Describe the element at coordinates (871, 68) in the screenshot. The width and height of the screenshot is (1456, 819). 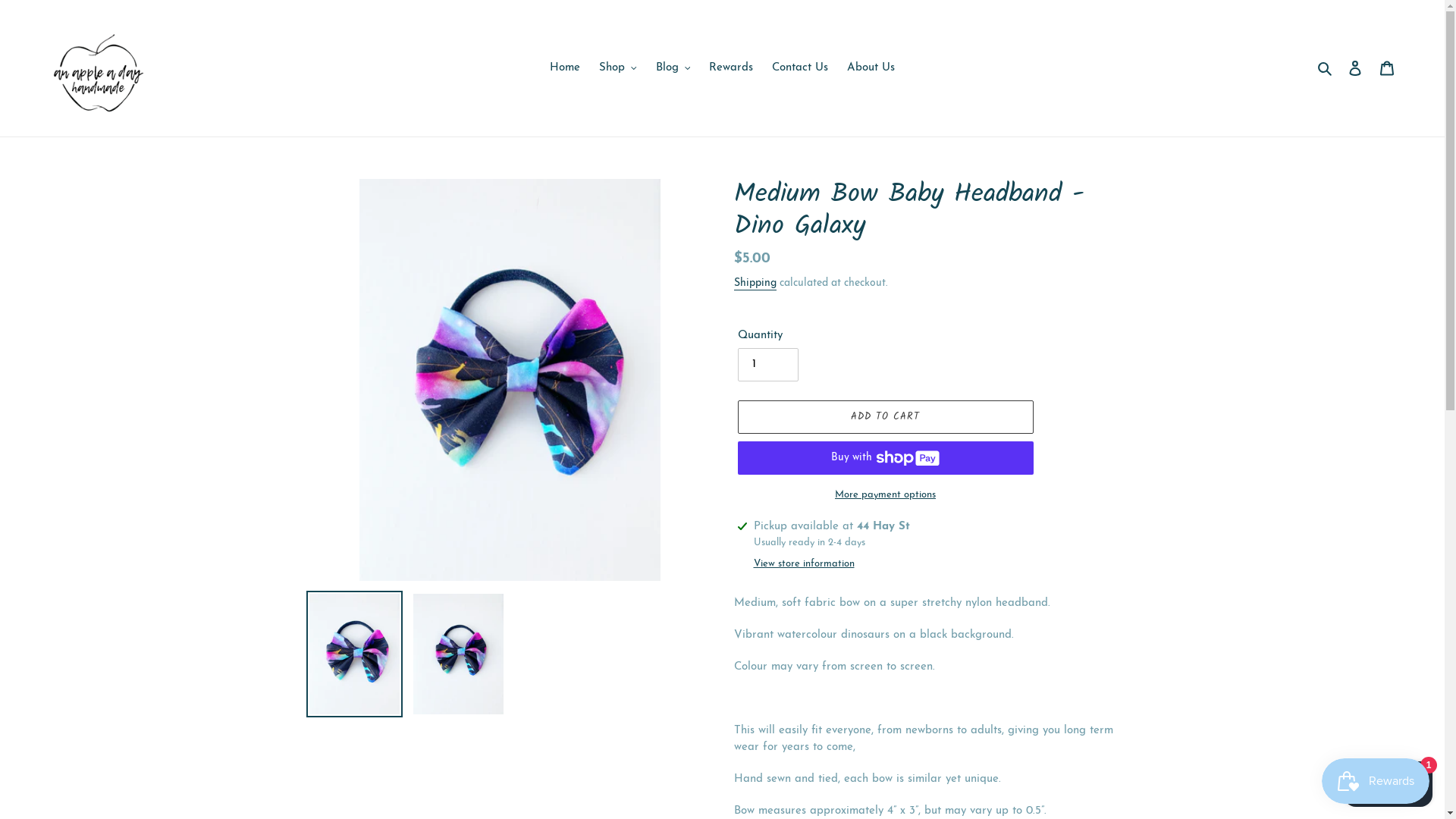
I see `'About Us'` at that location.